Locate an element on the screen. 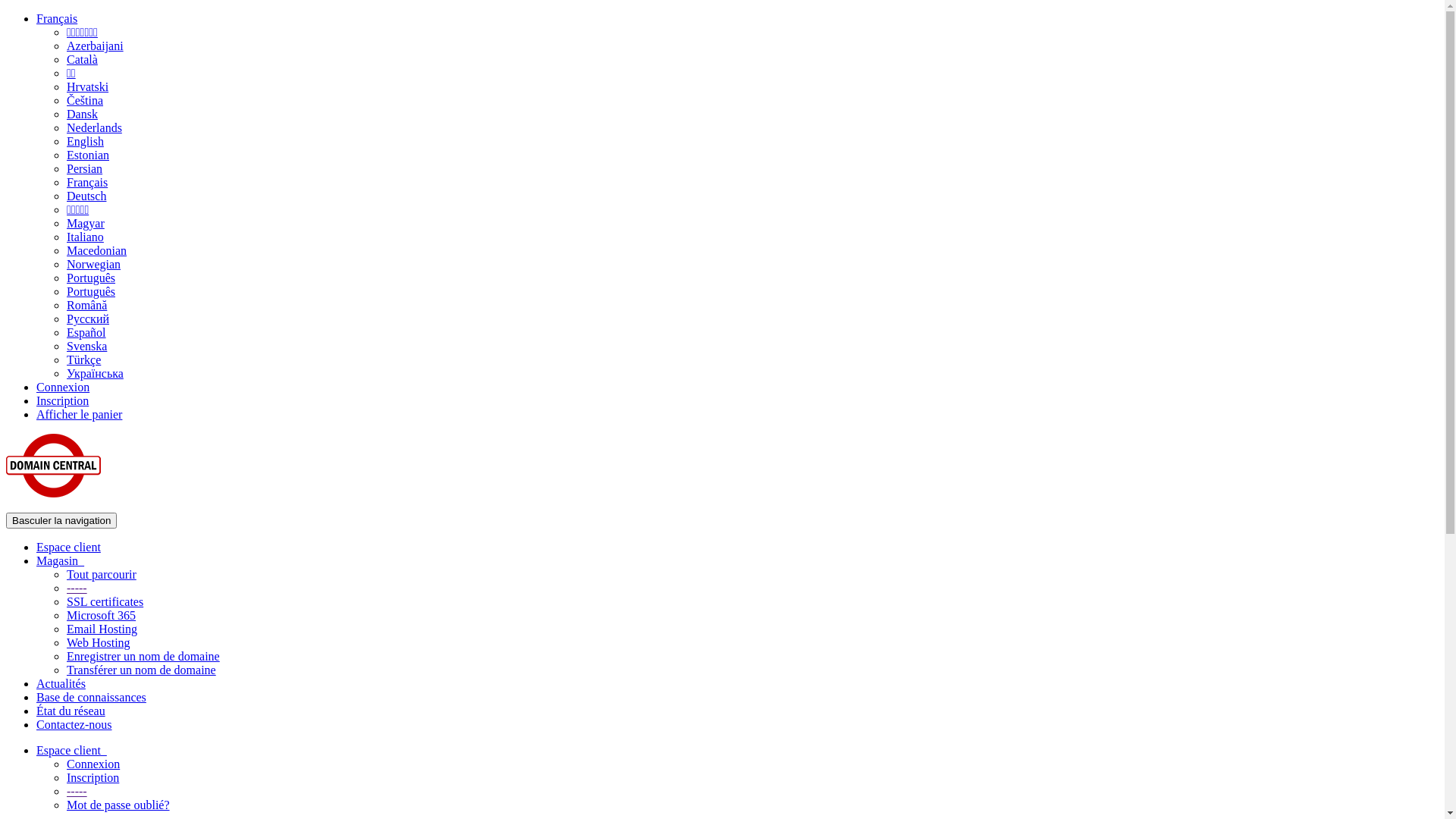 This screenshot has height=819, width=1456. 'Basculer la navigation' is located at coordinates (61, 519).